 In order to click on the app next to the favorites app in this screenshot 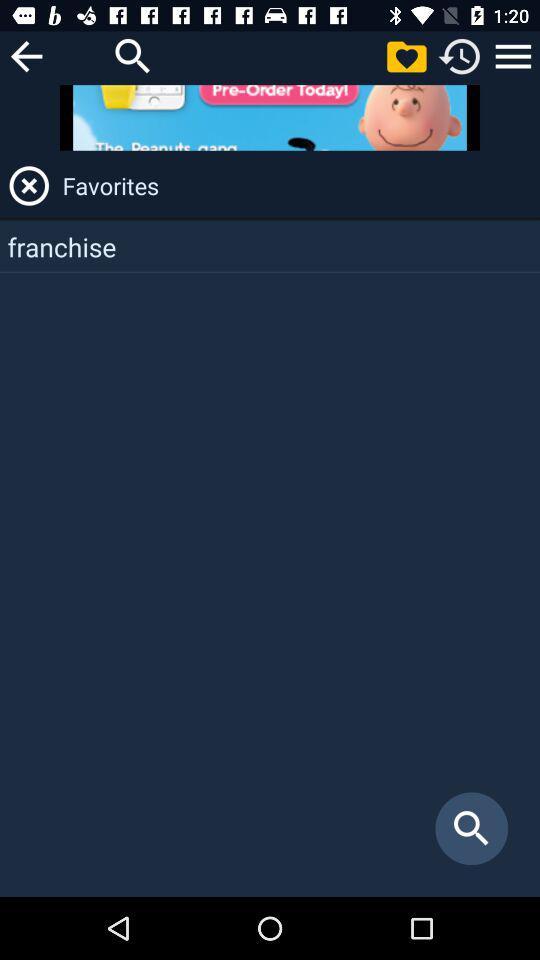, I will do `click(28, 186)`.